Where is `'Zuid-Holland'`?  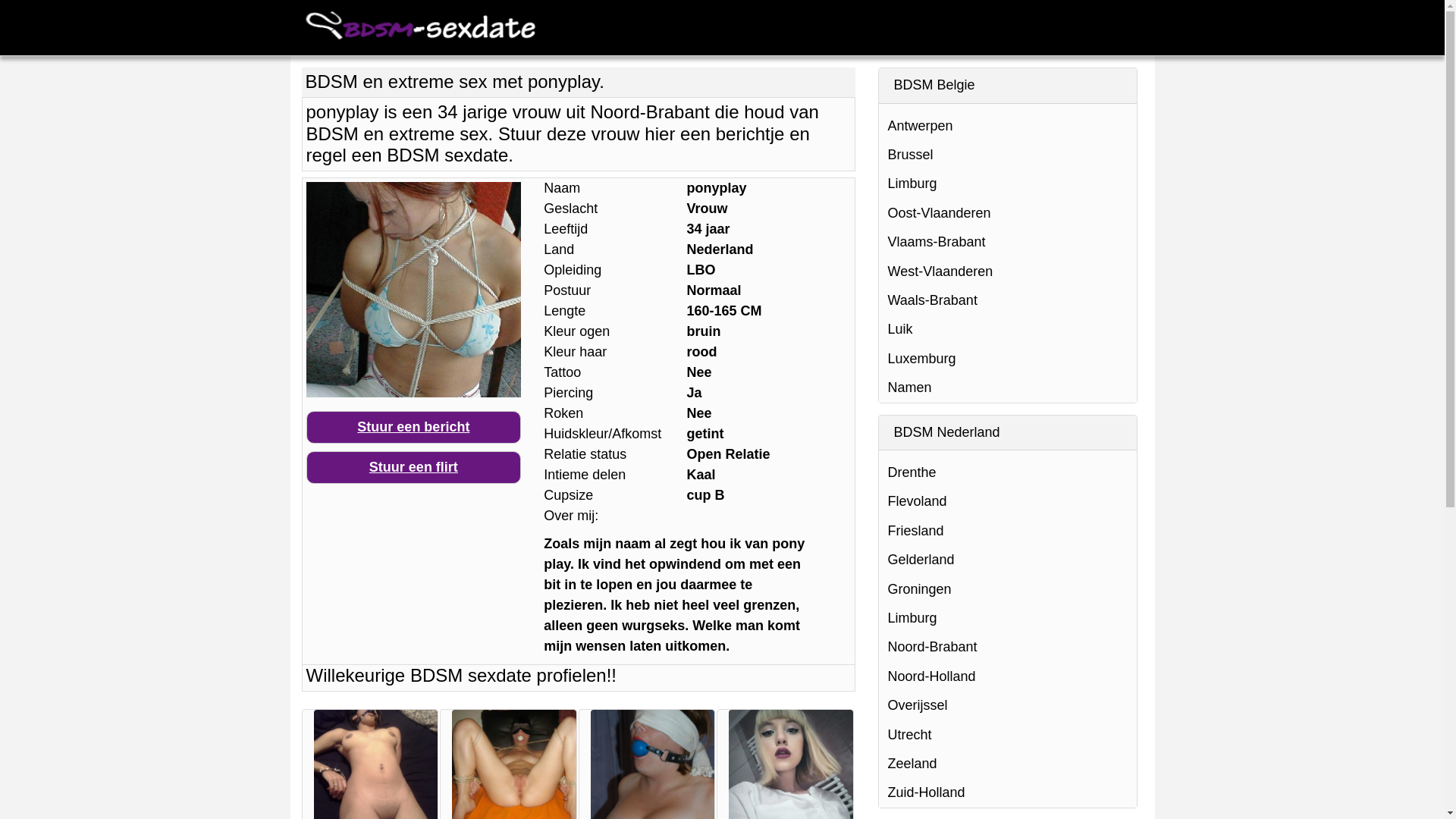
'Zuid-Holland' is located at coordinates (1007, 792).